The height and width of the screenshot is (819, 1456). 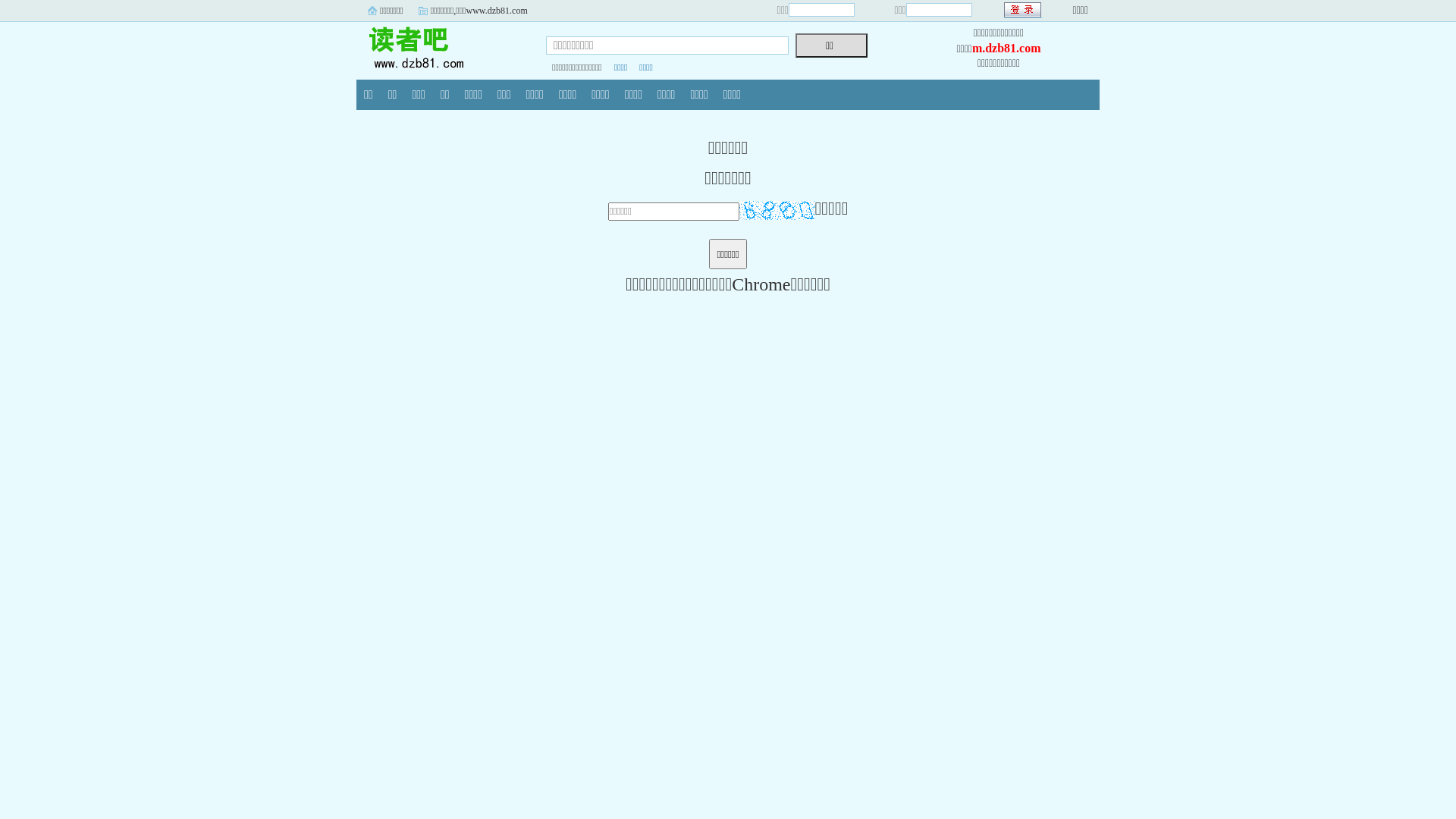 What do you see at coordinates (1023, 10) in the screenshot?
I see `' '` at bounding box center [1023, 10].